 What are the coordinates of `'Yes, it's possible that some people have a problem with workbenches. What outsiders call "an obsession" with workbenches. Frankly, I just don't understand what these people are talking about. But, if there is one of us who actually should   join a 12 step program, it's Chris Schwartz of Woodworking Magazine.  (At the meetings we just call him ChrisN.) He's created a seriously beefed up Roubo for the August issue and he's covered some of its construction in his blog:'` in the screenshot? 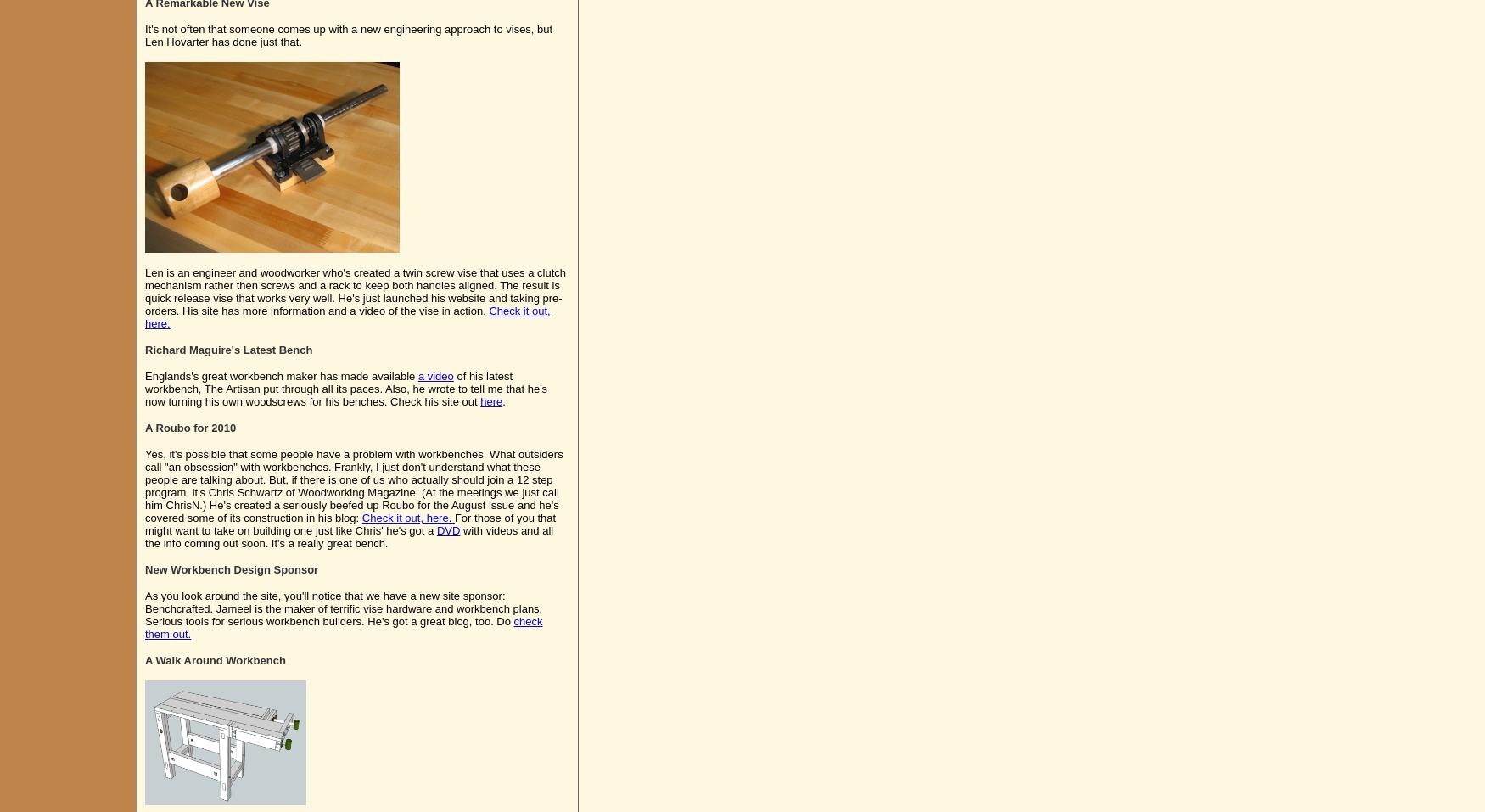 It's located at (353, 485).